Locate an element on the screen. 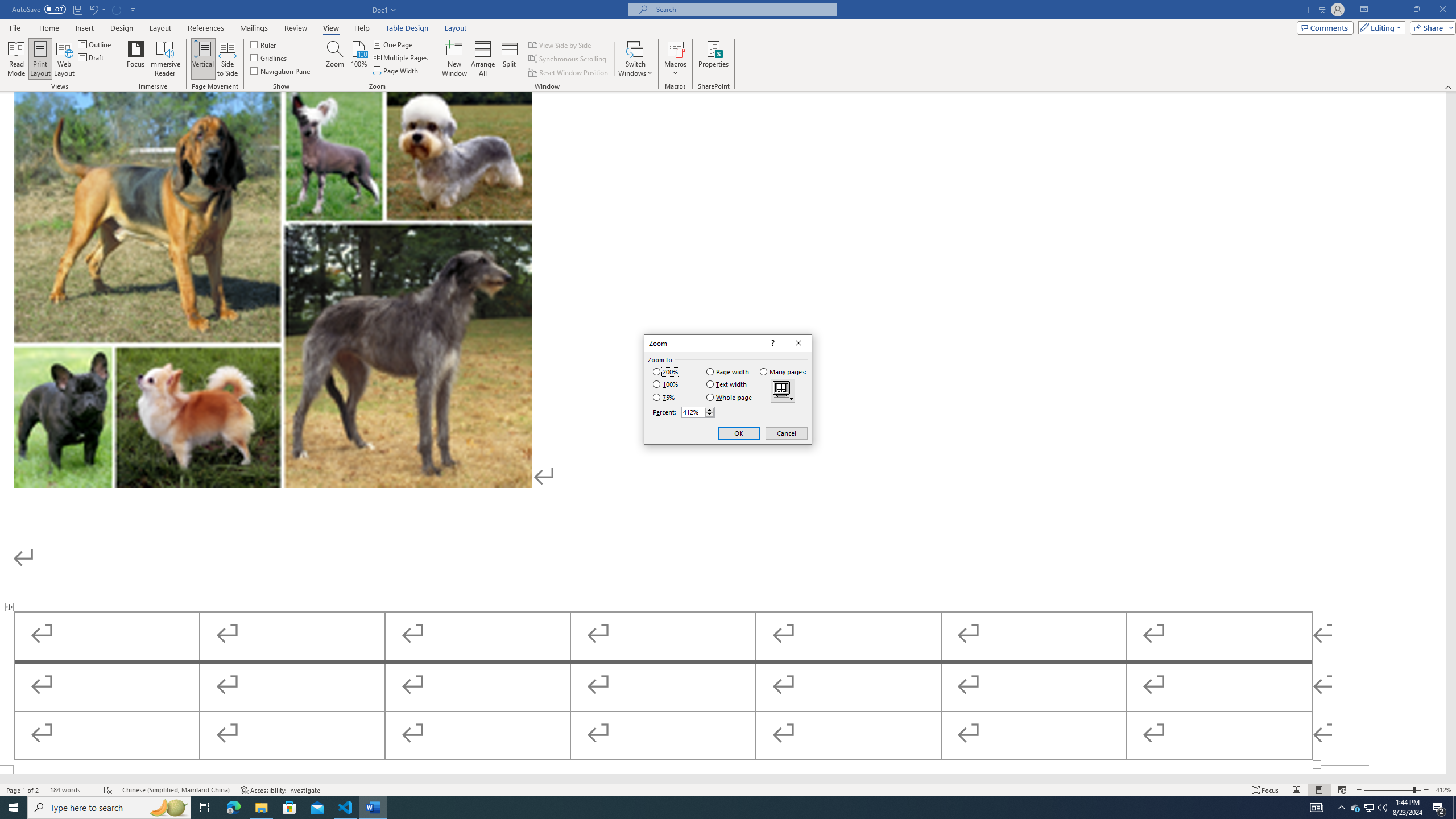  'Side to Side' is located at coordinates (227, 59).